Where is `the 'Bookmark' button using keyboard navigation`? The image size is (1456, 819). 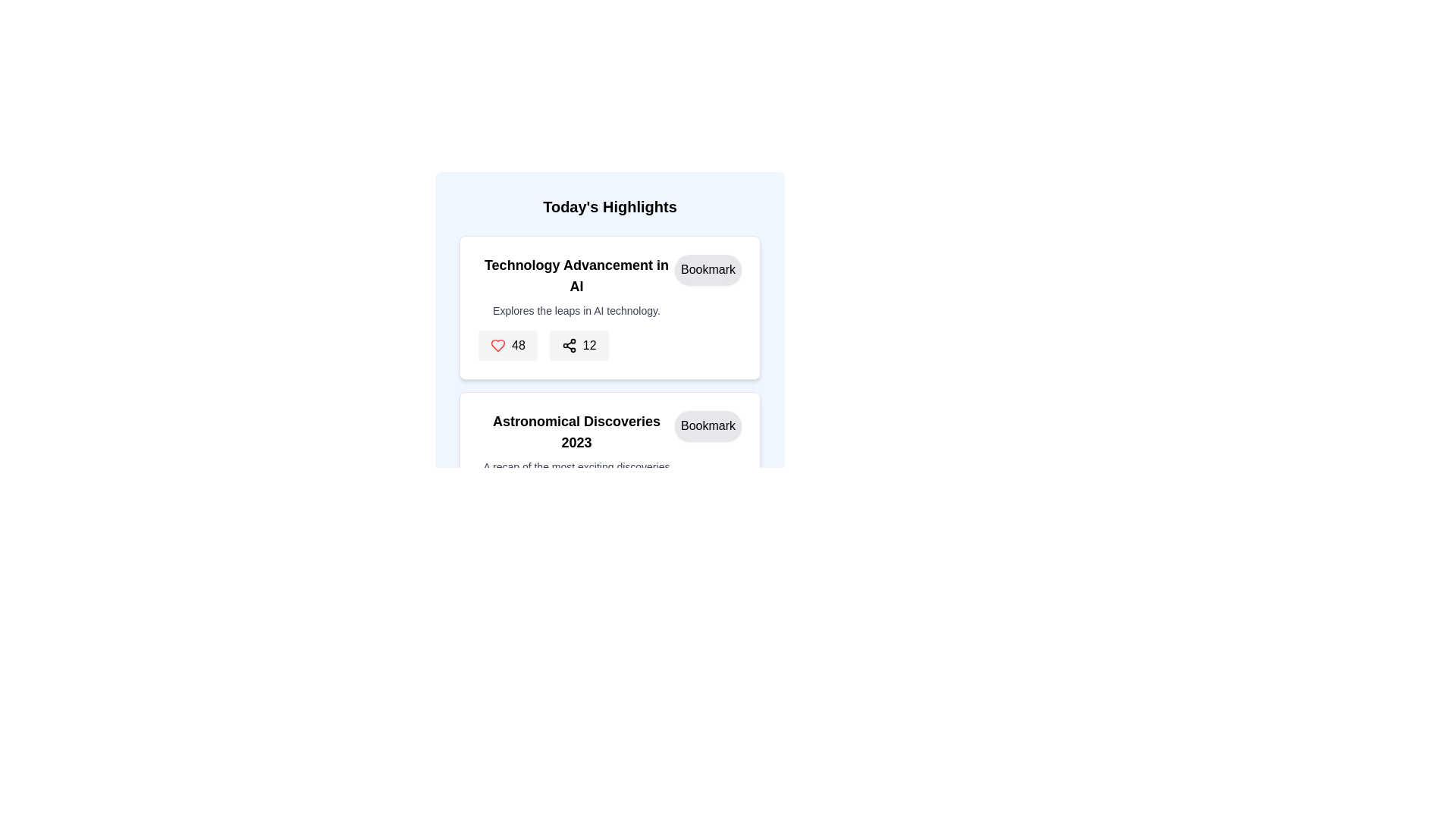 the 'Bookmark' button using keyboard navigation is located at coordinates (707, 268).